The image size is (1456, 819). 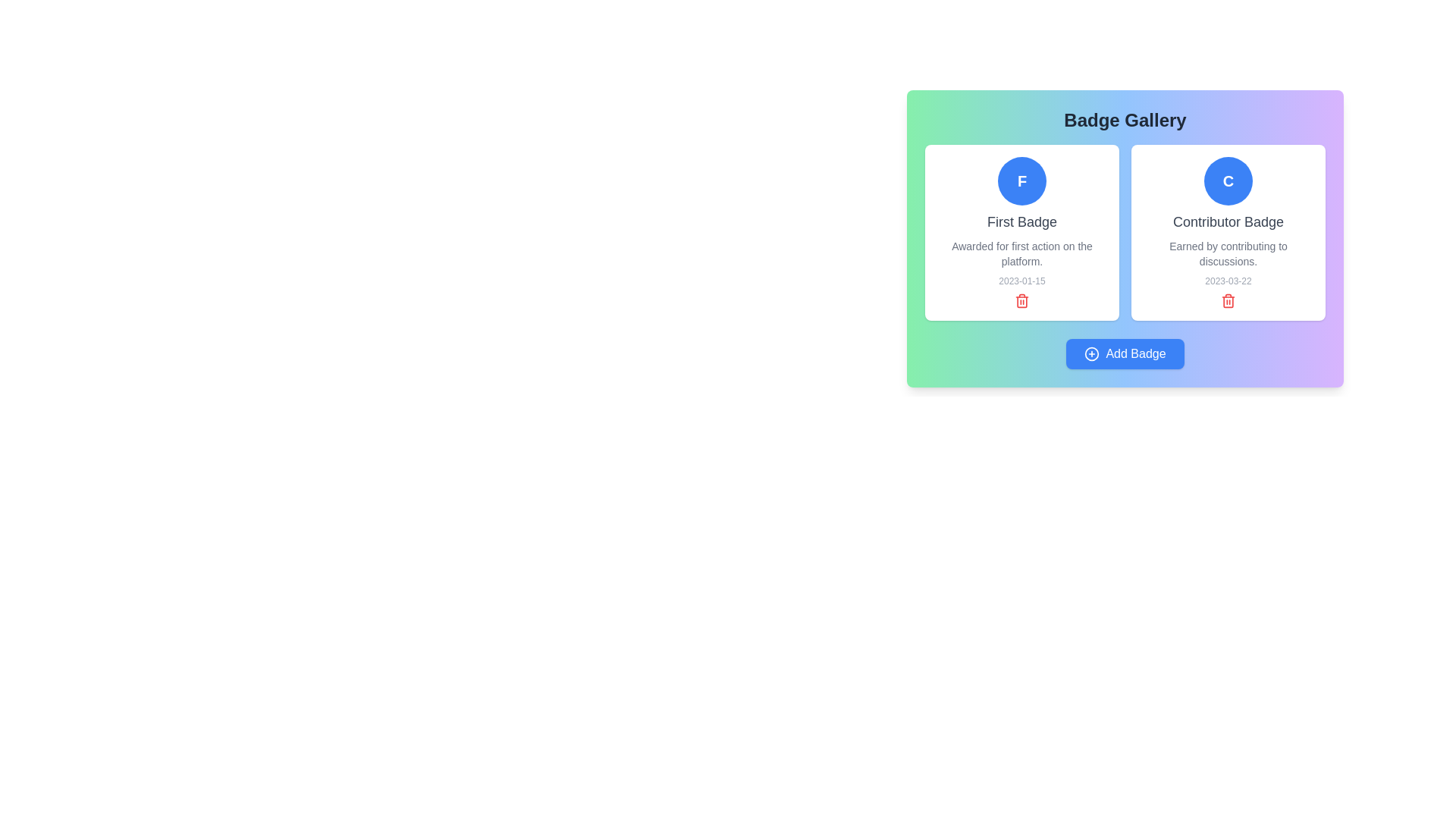 What do you see at coordinates (1125, 119) in the screenshot?
I see `the static Text Label/Header located at the top of the section, which serves as the title for the content below it` at bounding box center [1125, 119].